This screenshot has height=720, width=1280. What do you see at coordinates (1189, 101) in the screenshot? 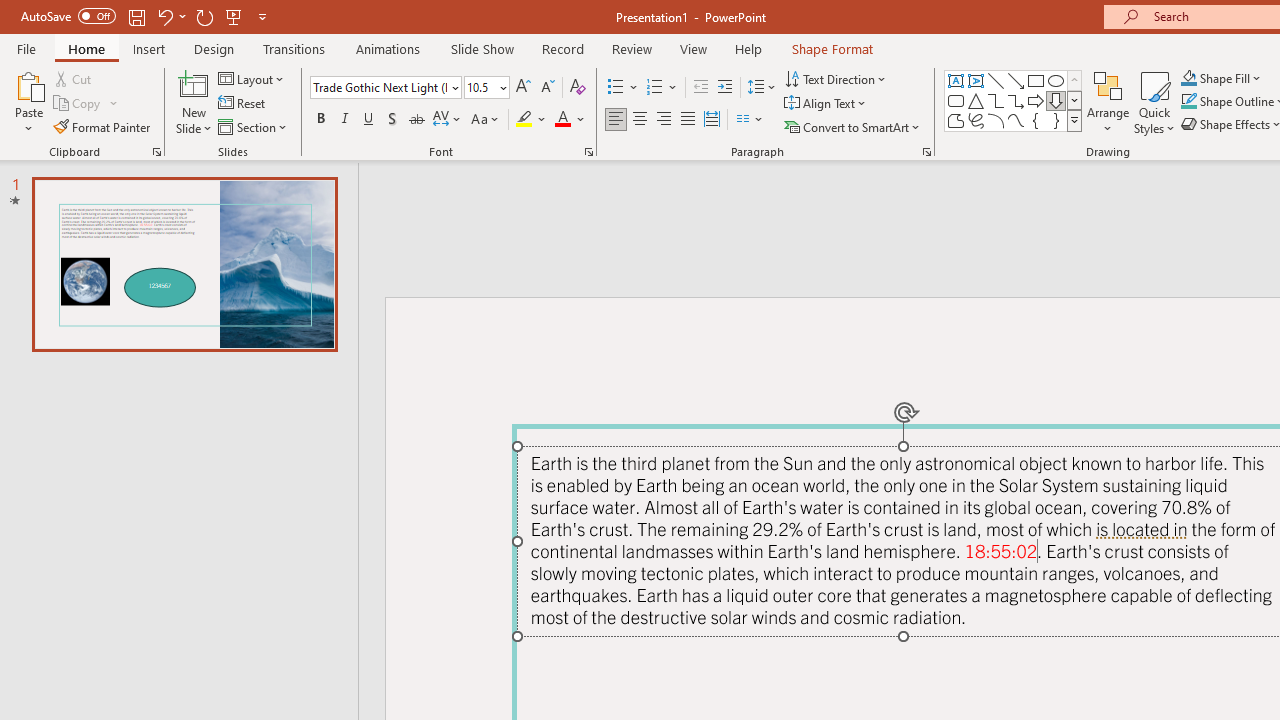
I see `'Shape Outline Teal, Accent 1'` at bounding box center [1189, 101].